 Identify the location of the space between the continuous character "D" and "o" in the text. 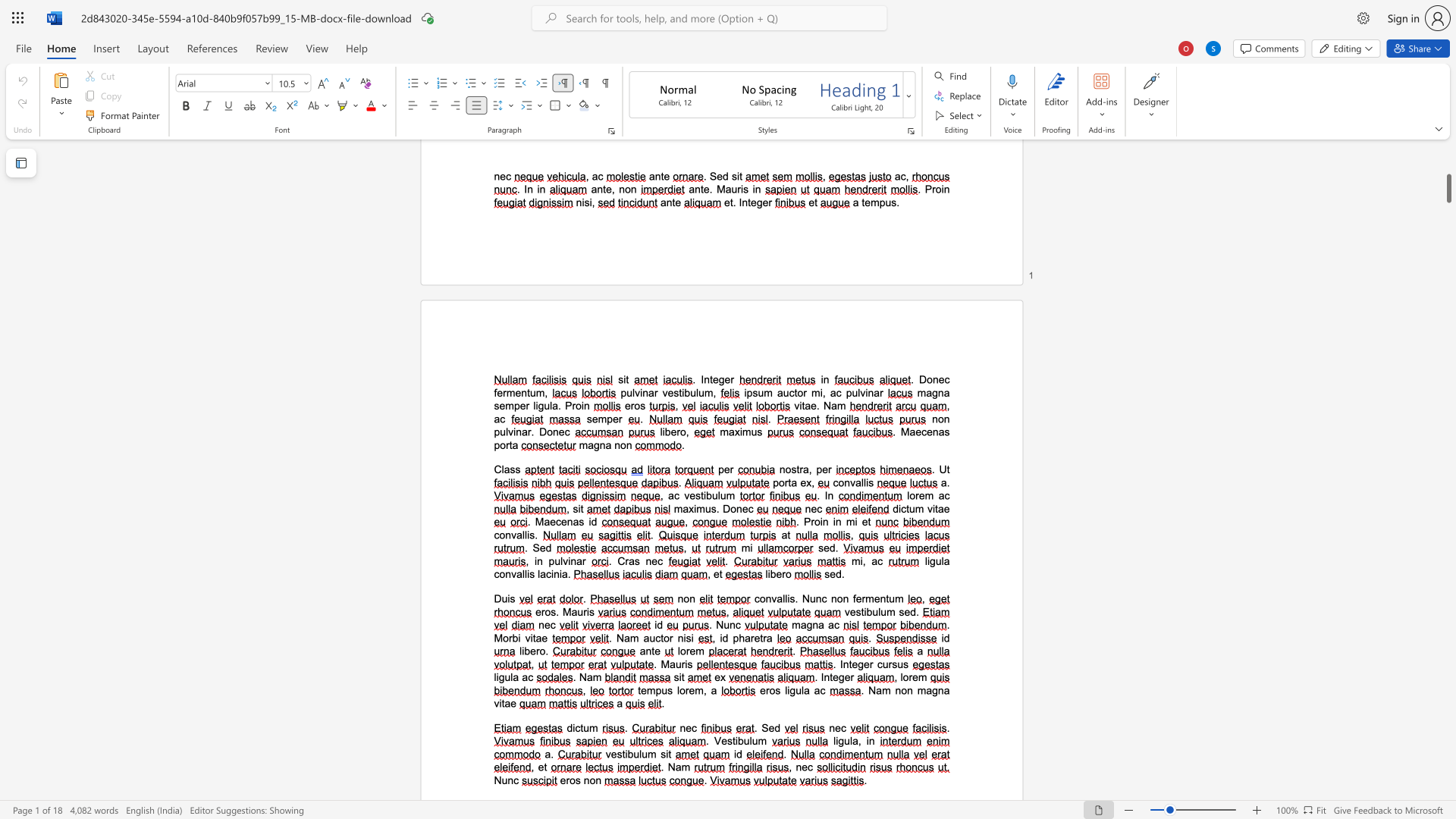
(546, 431).